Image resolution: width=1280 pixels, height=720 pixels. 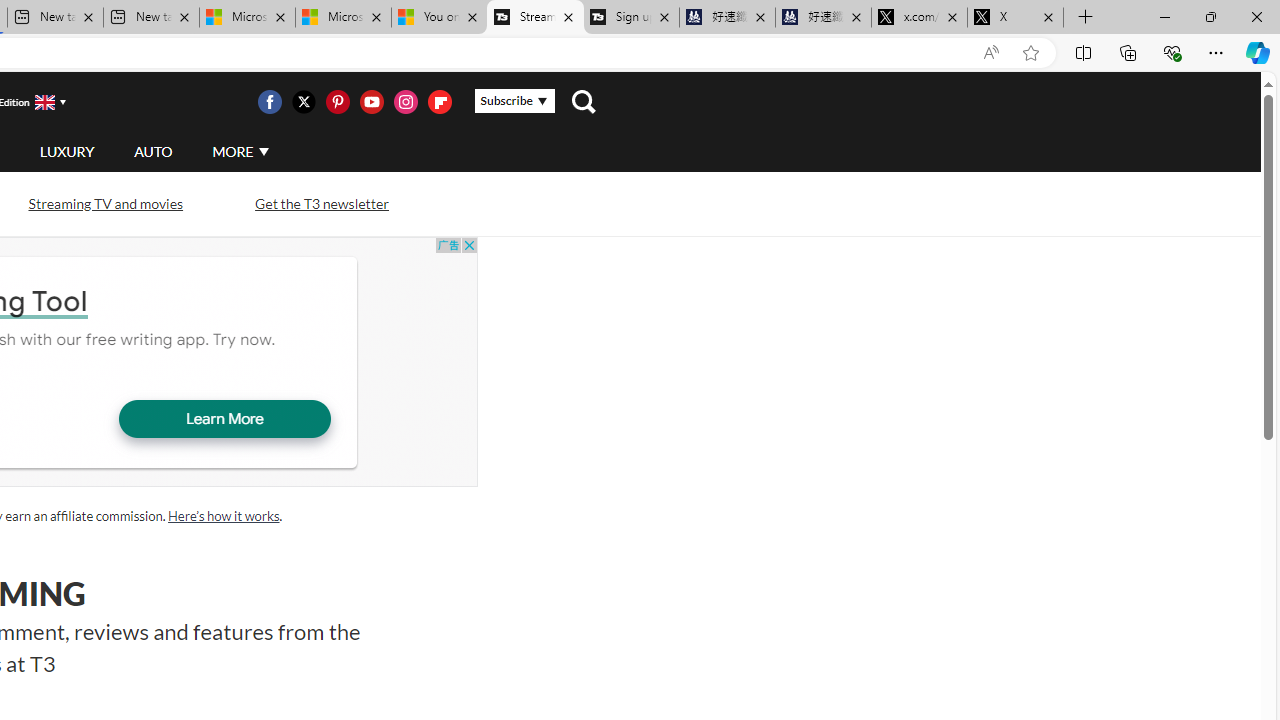 What do you see at coordinates (44, 102) in the screenshot?
I see `'flag of UK'` at bounding box center [44, 102].